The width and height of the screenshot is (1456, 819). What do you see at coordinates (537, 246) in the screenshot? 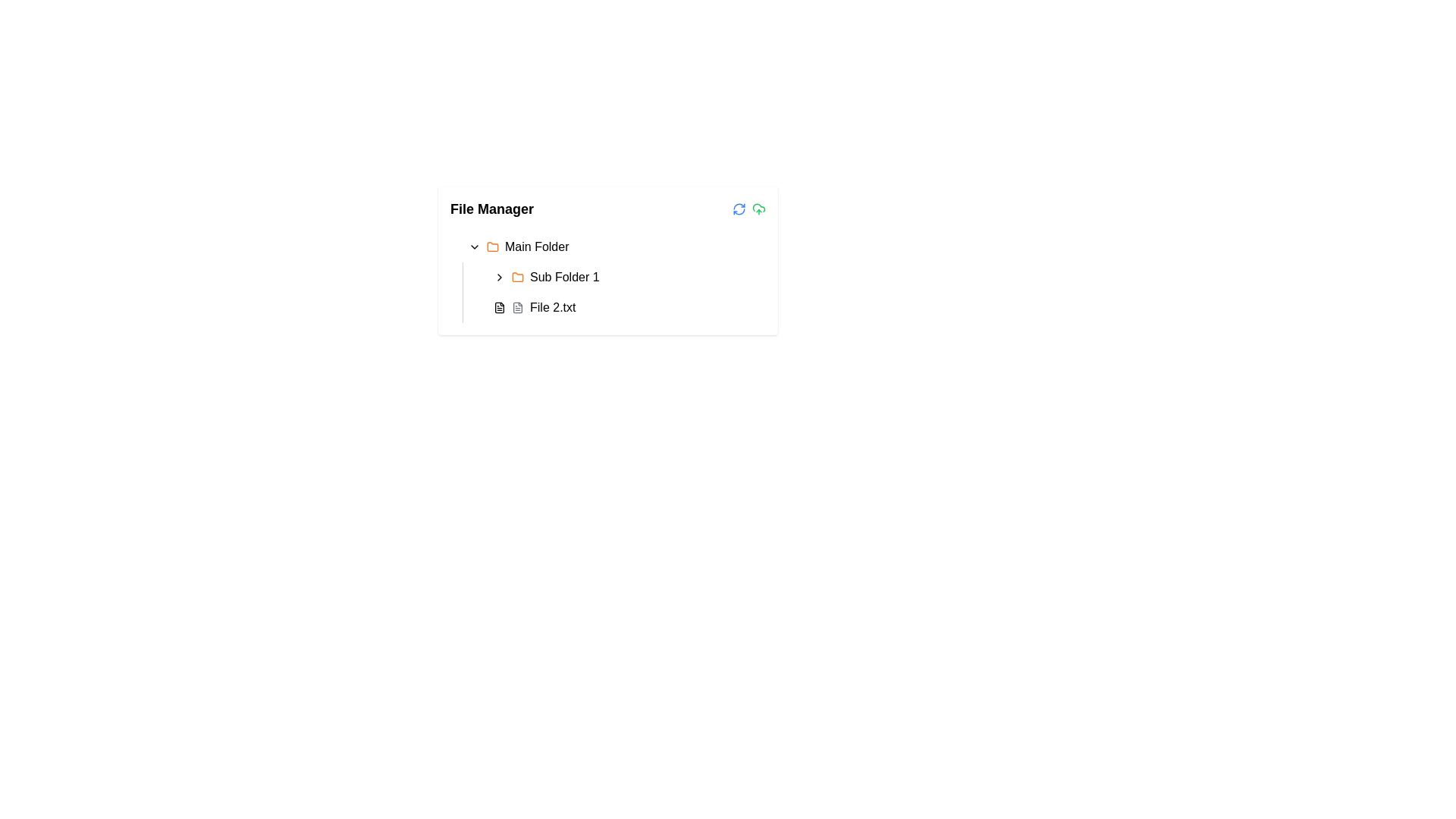
I see `the text label that indicates a main directory structure` at bounding box center [537, 246].